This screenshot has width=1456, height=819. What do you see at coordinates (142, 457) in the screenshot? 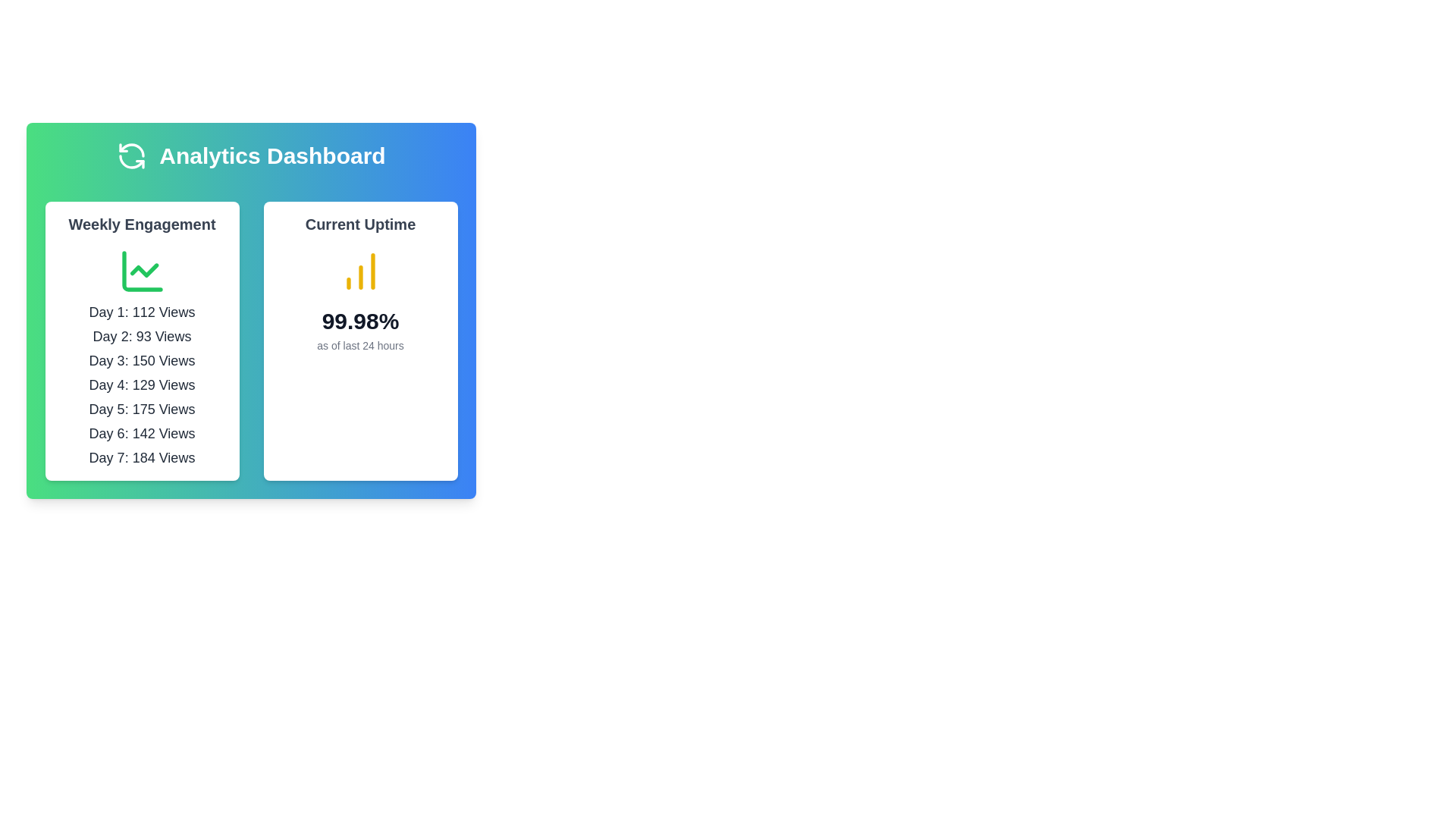
I see `the static text displaying the view count for the seventh day in the weekly statistics overview, located under the 'Weekly Engagement' section` at bounding box center [142, 457].